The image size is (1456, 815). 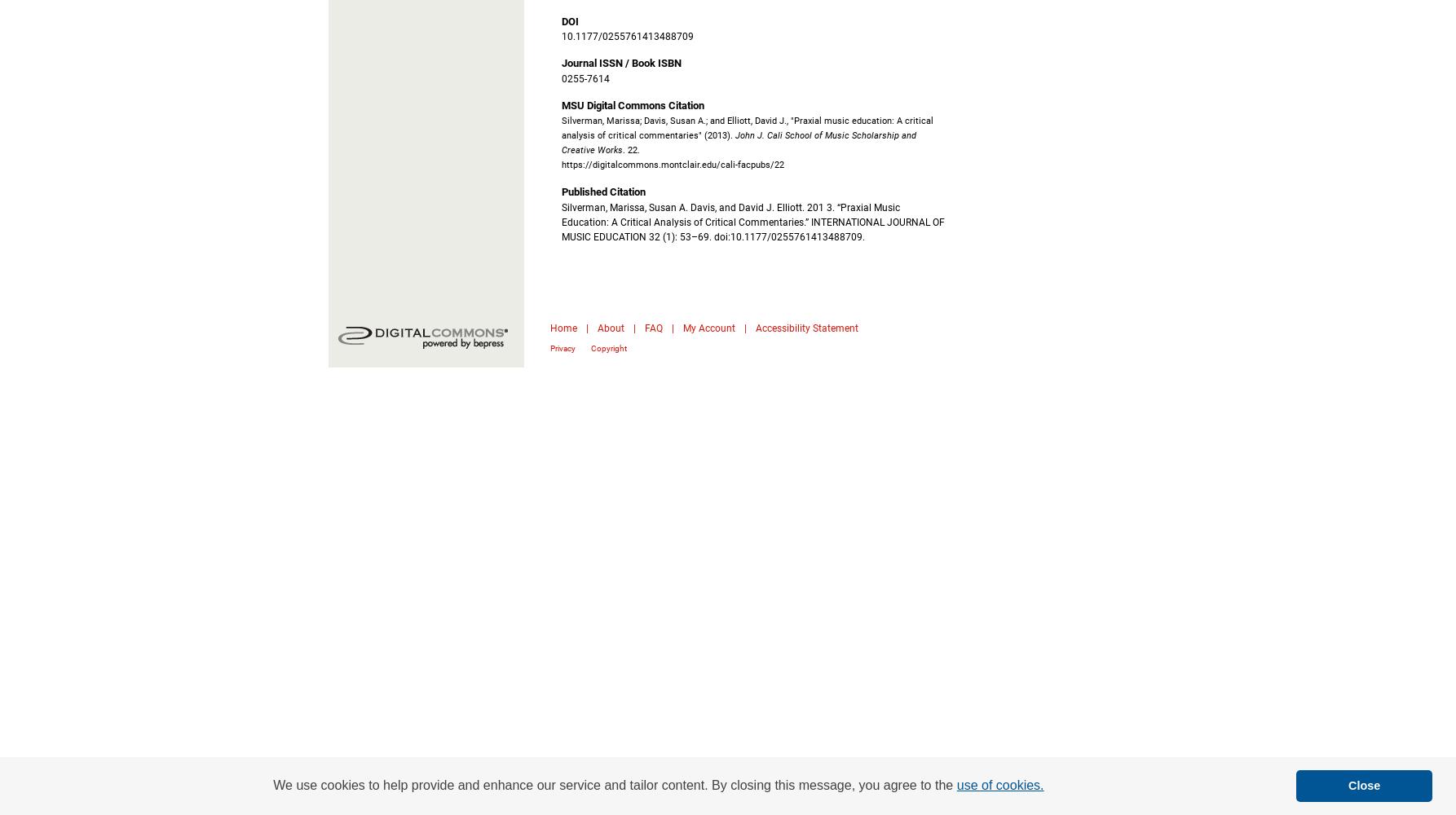 What do you see at coordinates (630, 149) in the screenshot?
I see `'.  22.'` at bounding box center [630, 149].